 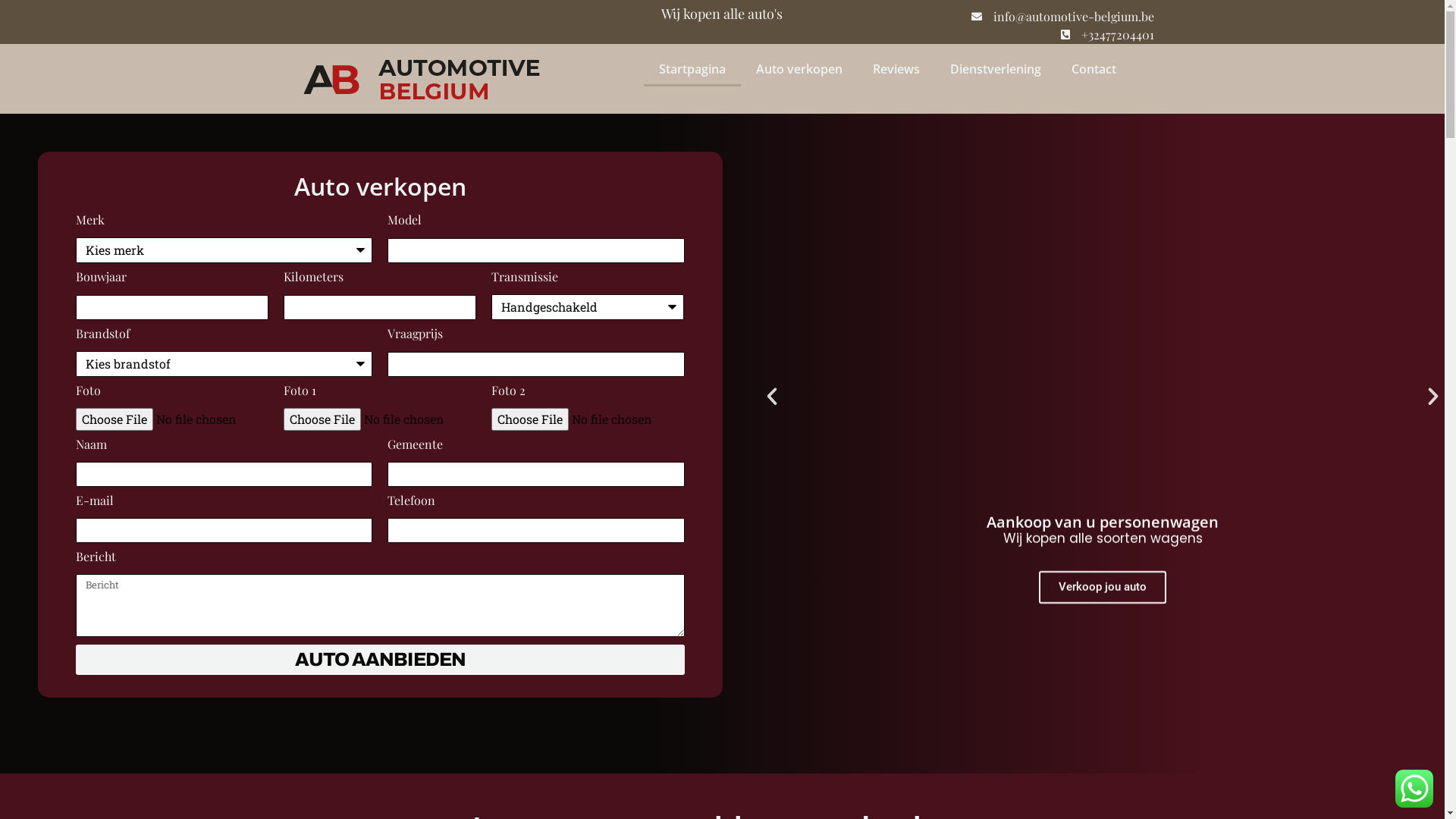 What do you see at coordinates (1106, 34) in the screenshot?
I see `'+32477204401'` at bounding box center [1106, 34].